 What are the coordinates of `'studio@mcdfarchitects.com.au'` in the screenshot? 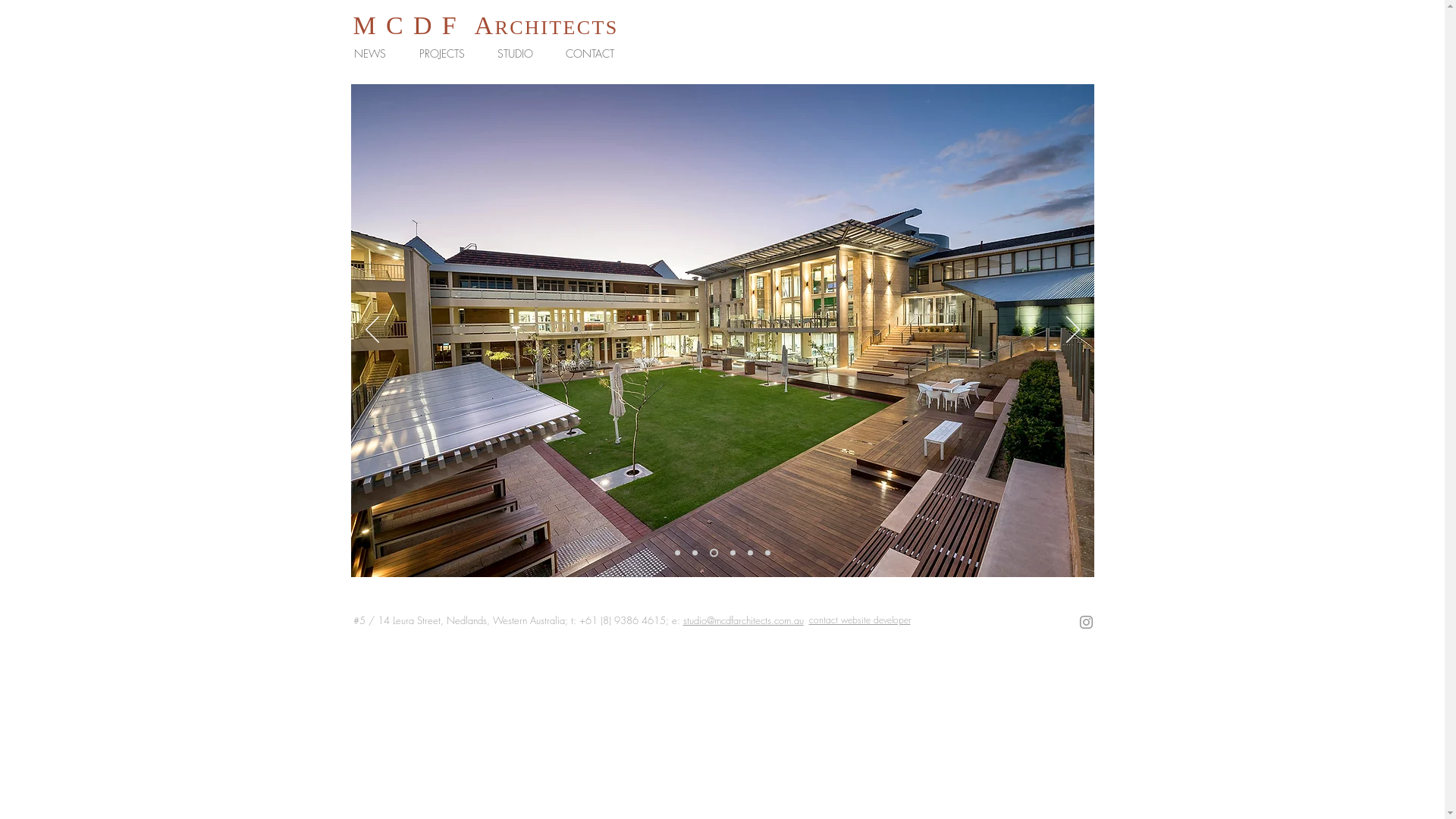 It's located at (682, 620).